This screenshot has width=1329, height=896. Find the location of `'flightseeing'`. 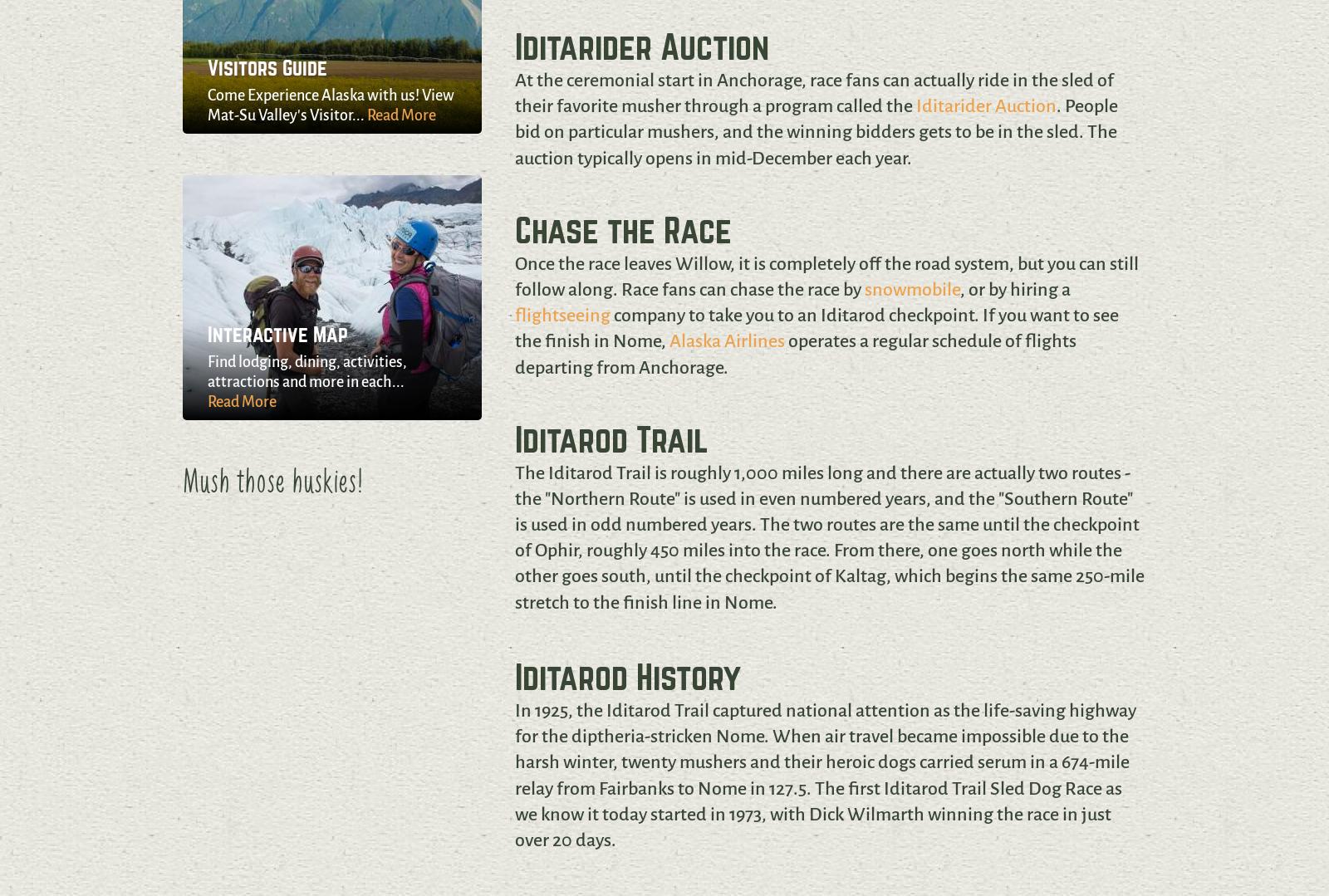

'flightseeing' is located at coordinates (562, 315).